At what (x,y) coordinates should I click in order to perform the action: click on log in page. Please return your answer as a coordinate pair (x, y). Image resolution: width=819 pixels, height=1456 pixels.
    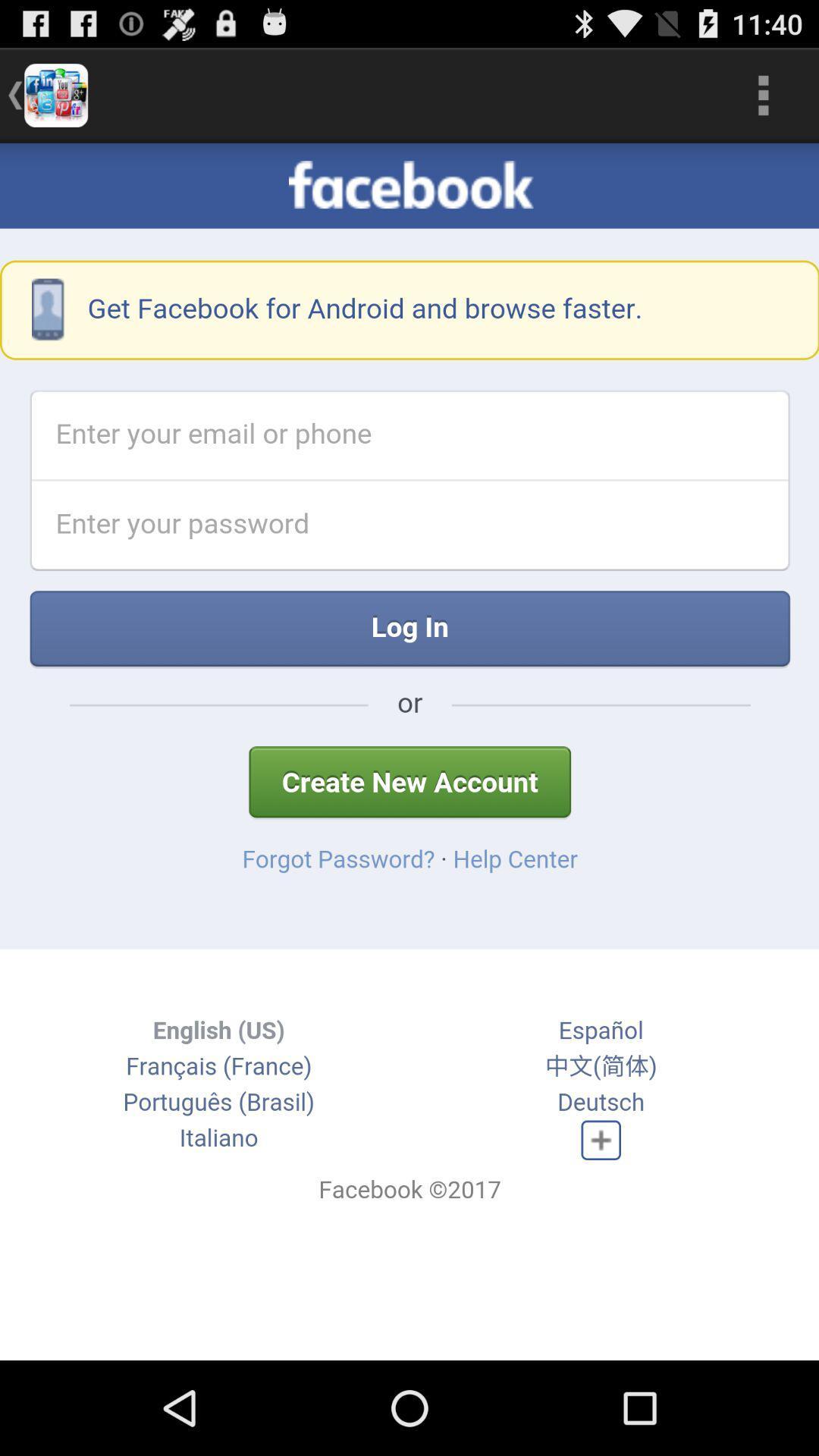
    Looking at the image, I should click on (409, 752).